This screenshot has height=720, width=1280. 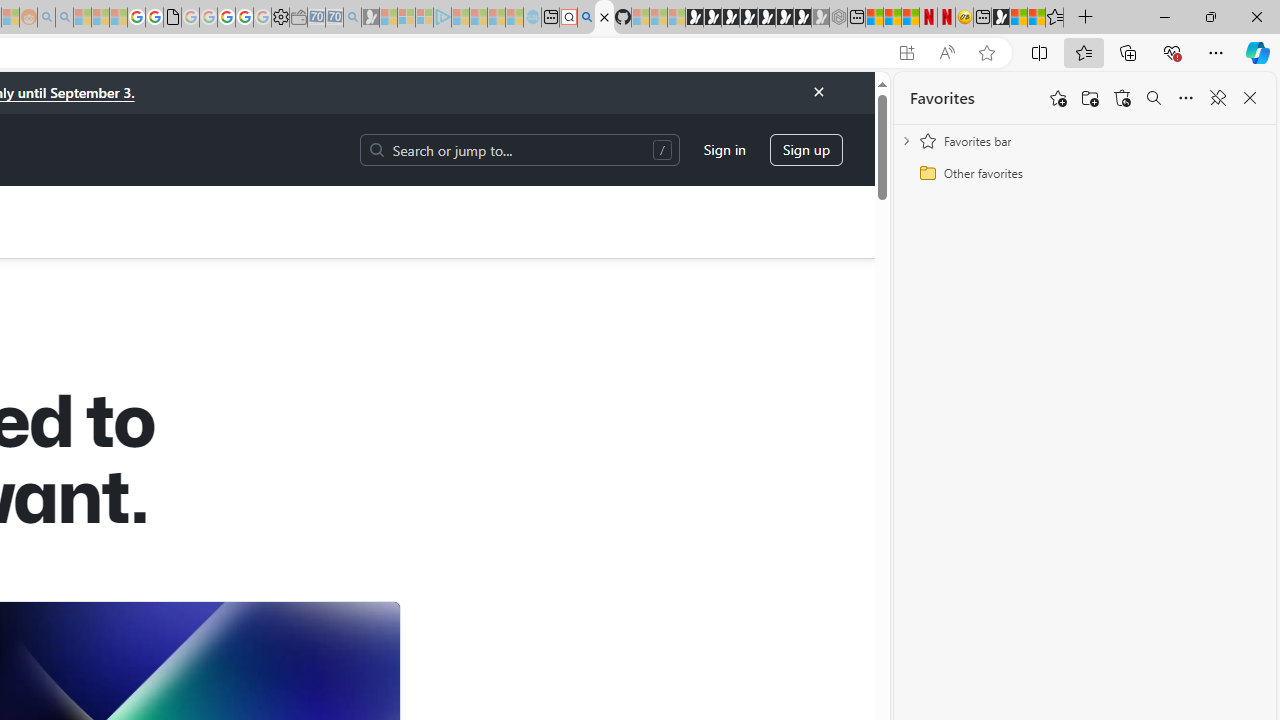 What do you see at coordinates (1088, 98) in the screenshot?
I see `'Add folder'` at bounding box center [1088, 98].